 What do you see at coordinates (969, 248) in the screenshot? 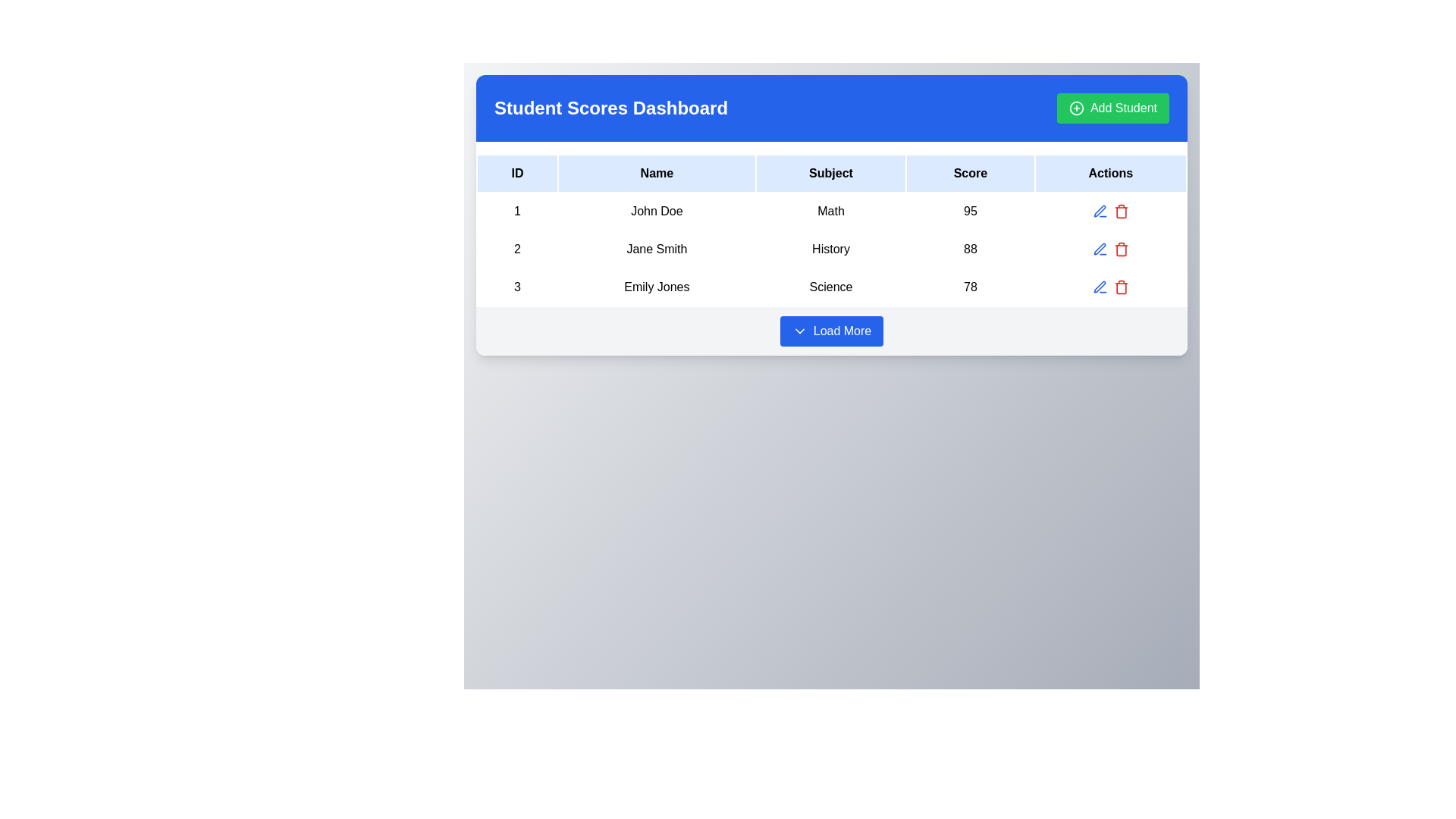
I see `the static text displaying the score for student 'Jane Smith' in the subject 'History' located in the fourth column of the second row of the table` at bounding box center [969, 248].